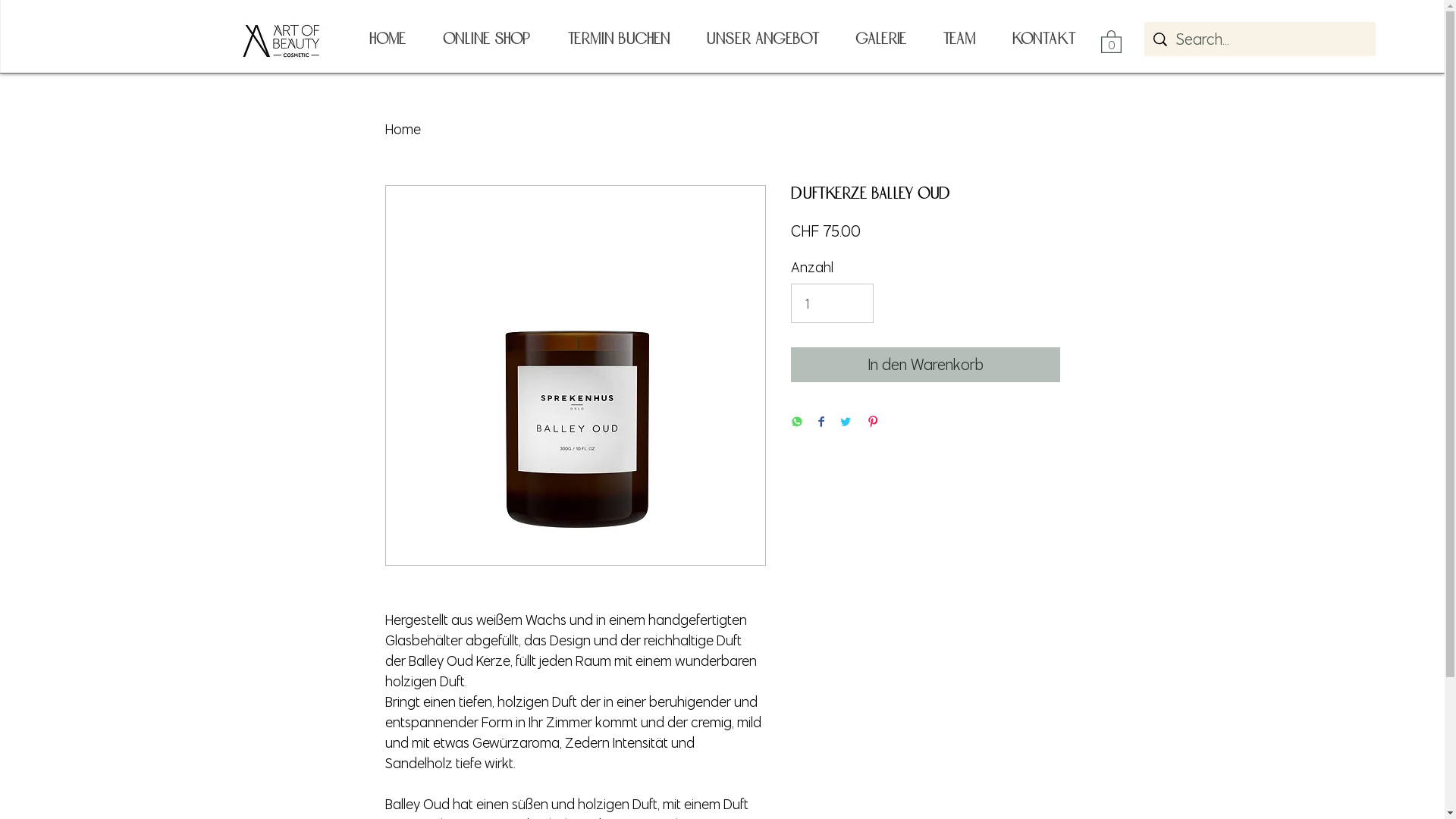 This screenshot has height=819, width=1456. Describe the element at coordinates (386, 38) in the screenshot. I see `'HOME'` at that location.